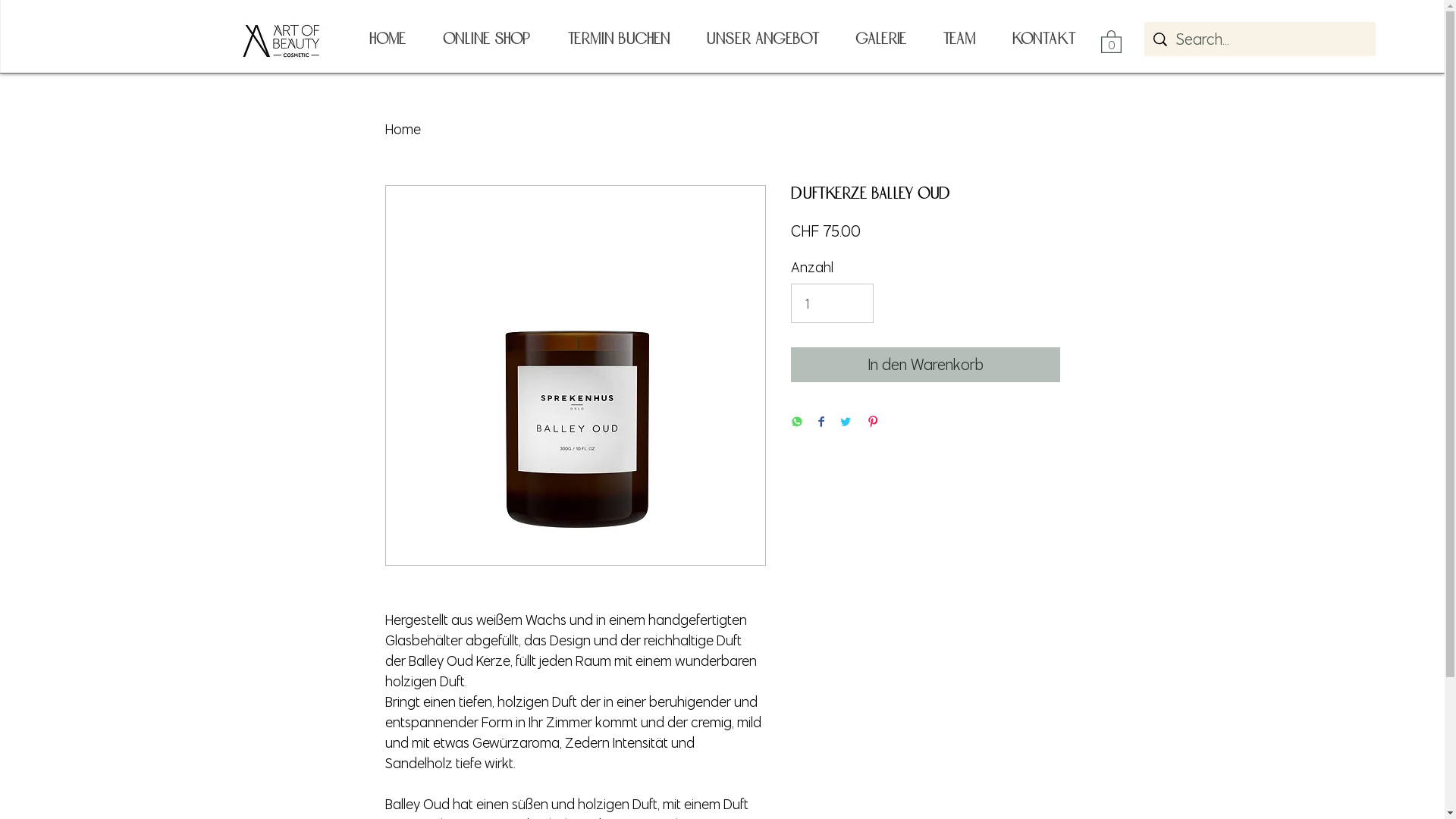 This screenshot has height=819, width=1456. Describe the element at coordinates (386, 38) in the screenshot. I see `'HOME'` at that location.